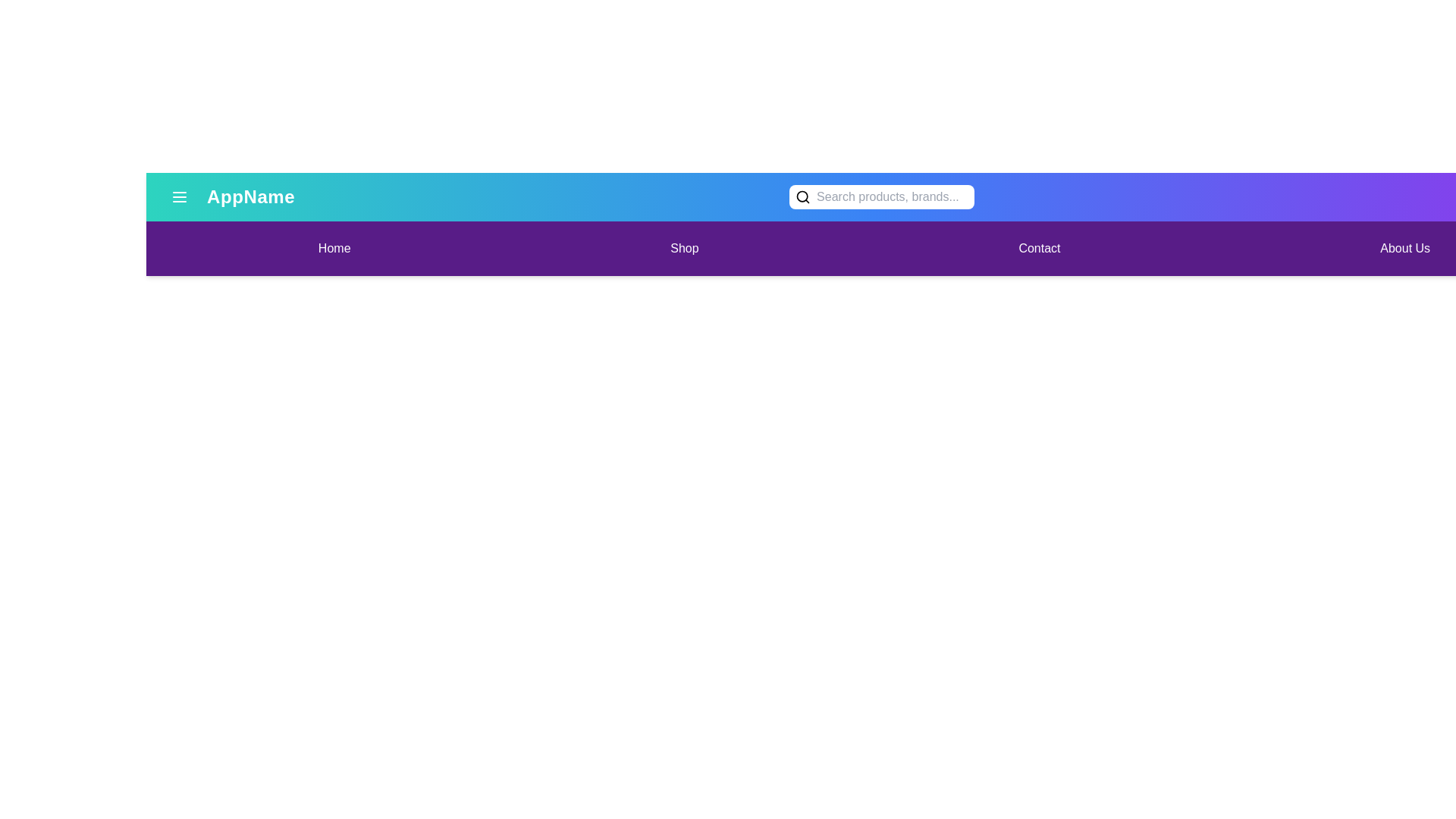  I want to click on the search icon located on the left side of the search input field, which serves as a visual indication for search functionality, so click(802, 196).